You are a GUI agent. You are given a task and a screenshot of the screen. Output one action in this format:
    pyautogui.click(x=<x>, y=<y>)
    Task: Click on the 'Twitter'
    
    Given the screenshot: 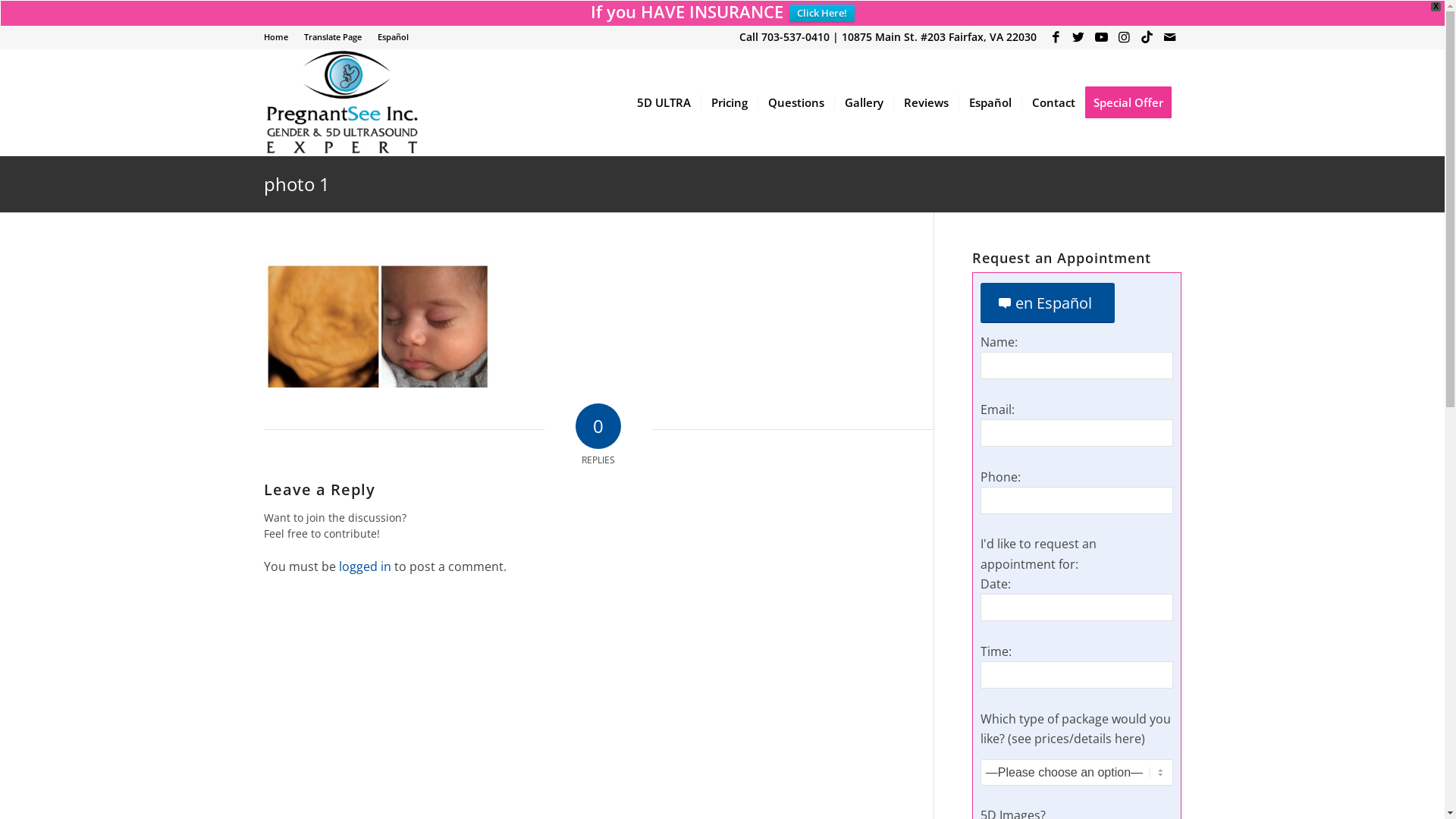 What is the action you would take?
    pyautogui.click(x=1078, y=36)
    